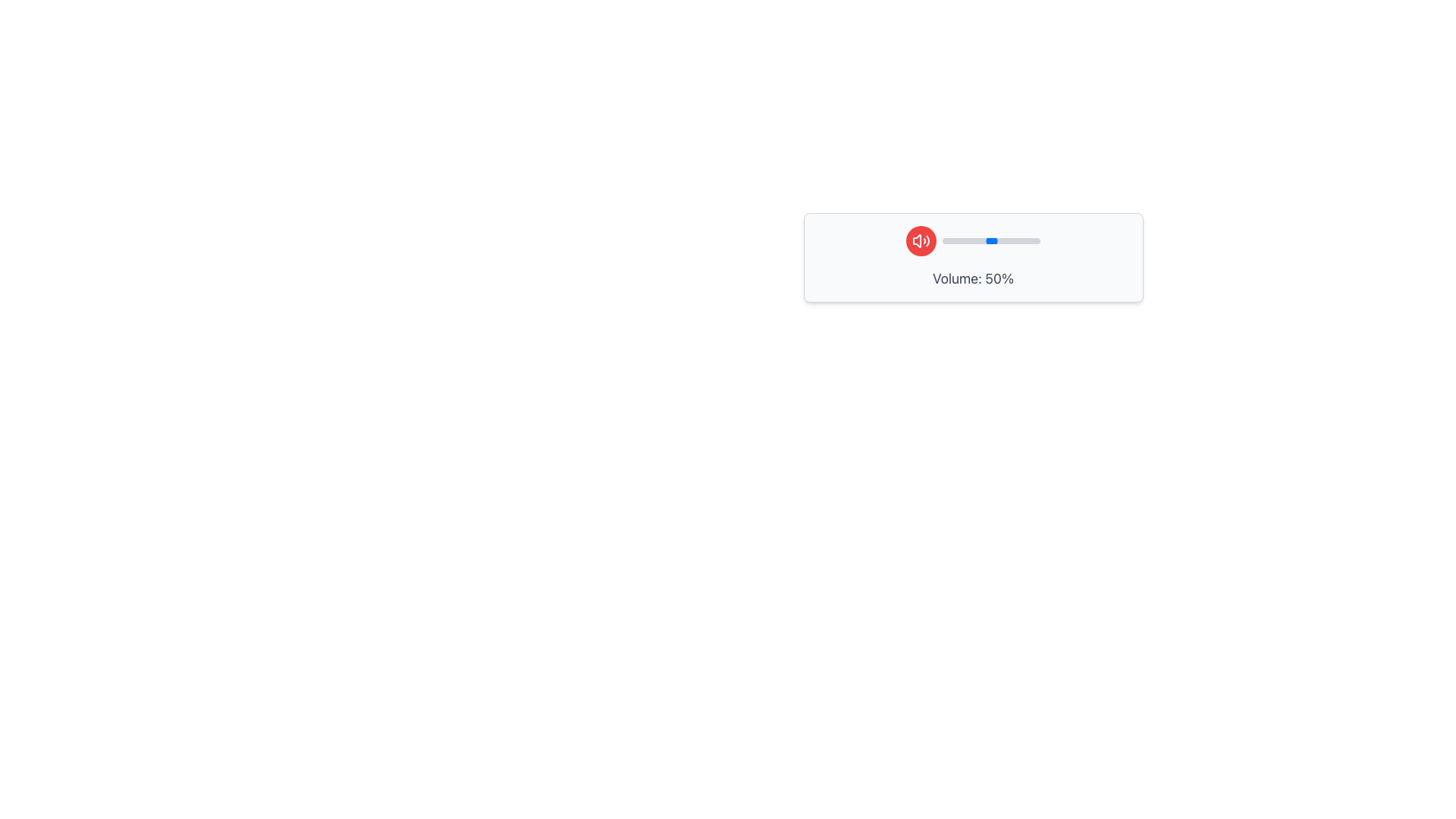 The width and height of the screenshot is (1456, 819). Describe the element at coordinates (1019, 240) in the screenshot. I see `volume` at that location.